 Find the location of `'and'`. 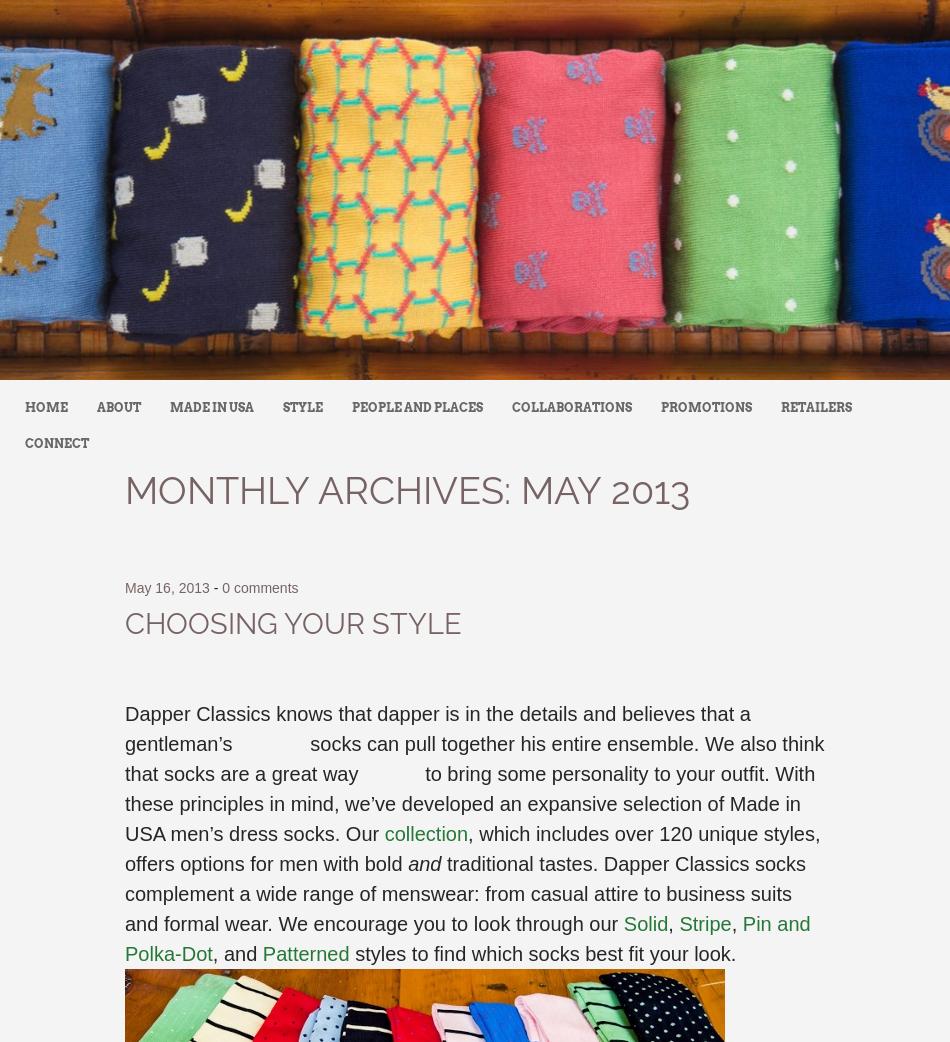

'and' is located at coordinates (423, 864).